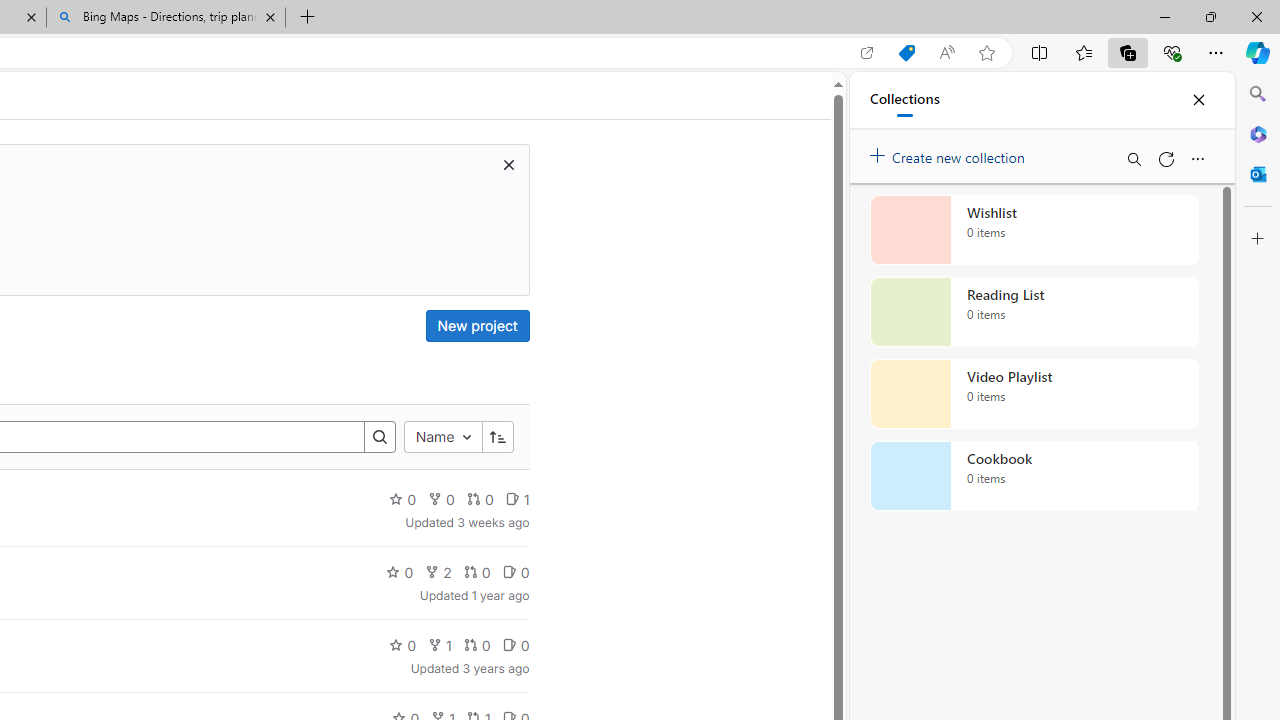 The width and height of the screenshot is (1280, 720). What do you see at coordinates (867, 52) in the screenshot?
I see `'Open in app'` at bounding box center [867, 52].